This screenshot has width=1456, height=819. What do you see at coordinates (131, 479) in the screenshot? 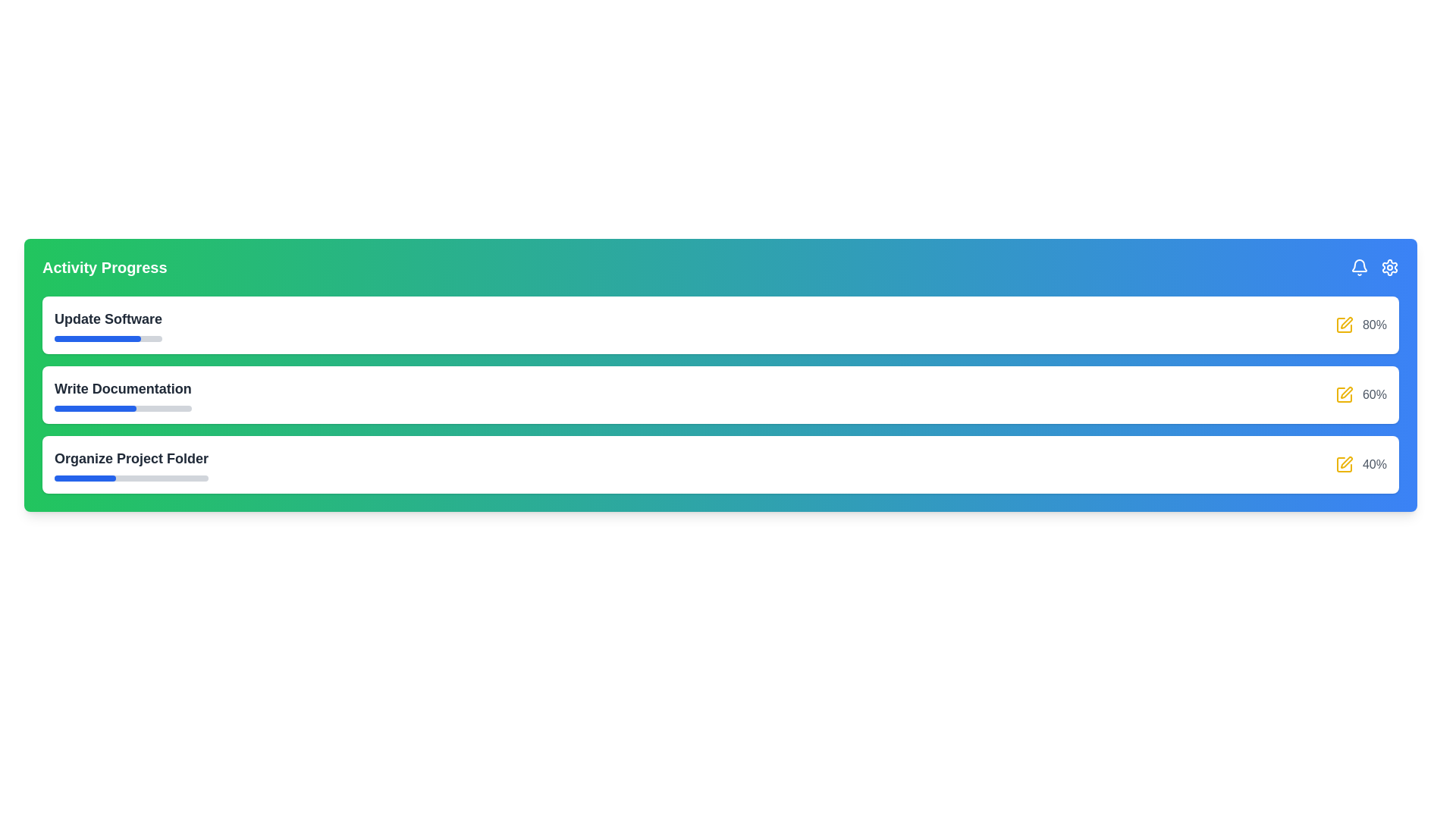
I see `the progress bar located in the lower portion of the card associated with the 'Organize Project Folder' section, which shows 40% completion` at bounding box center [131, 479].